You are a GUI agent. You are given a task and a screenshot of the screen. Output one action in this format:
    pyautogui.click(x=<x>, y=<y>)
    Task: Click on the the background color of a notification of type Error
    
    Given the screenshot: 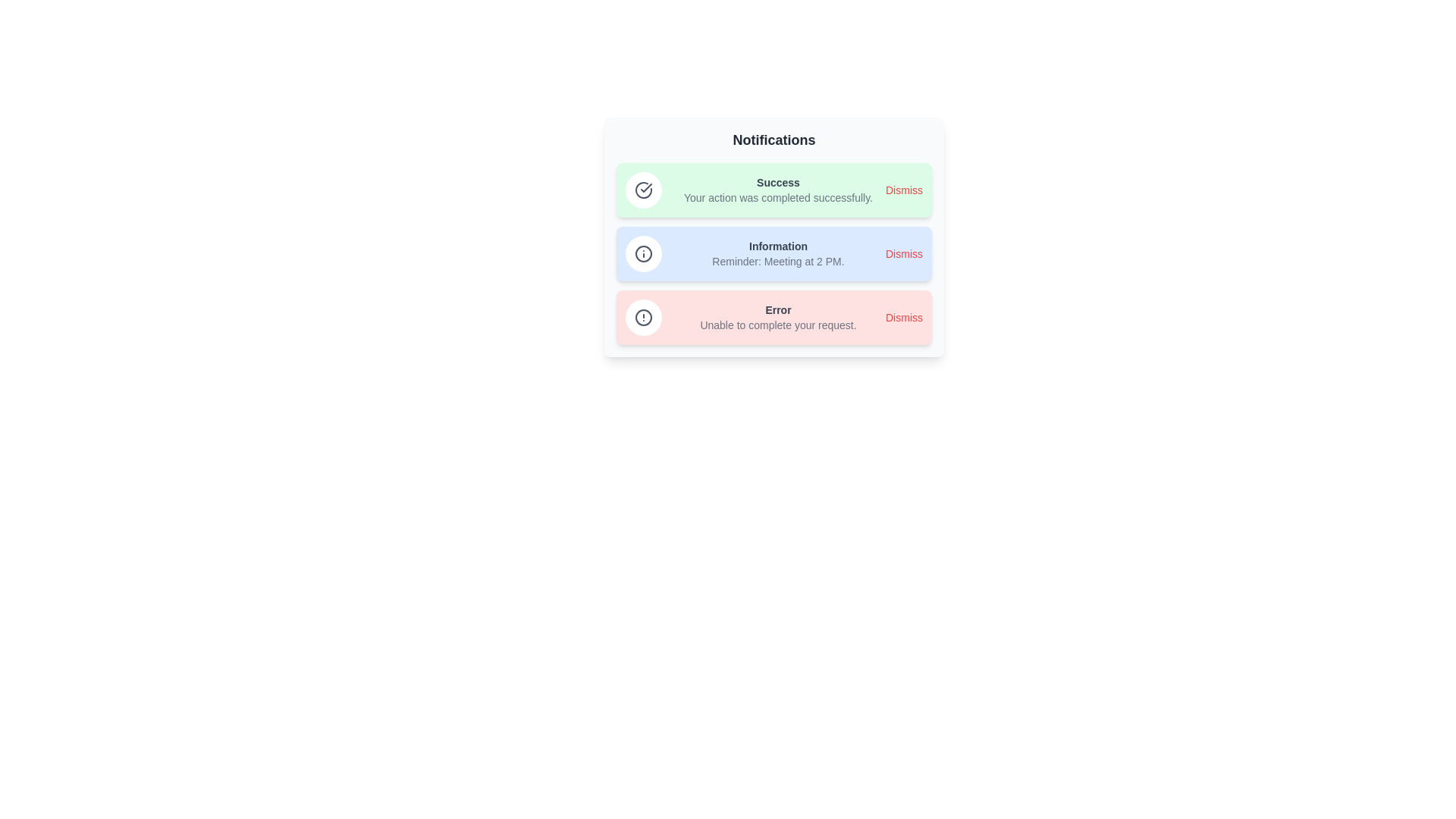 What is the action you would take?
    pyautogui.click(x=774, y=317)
    